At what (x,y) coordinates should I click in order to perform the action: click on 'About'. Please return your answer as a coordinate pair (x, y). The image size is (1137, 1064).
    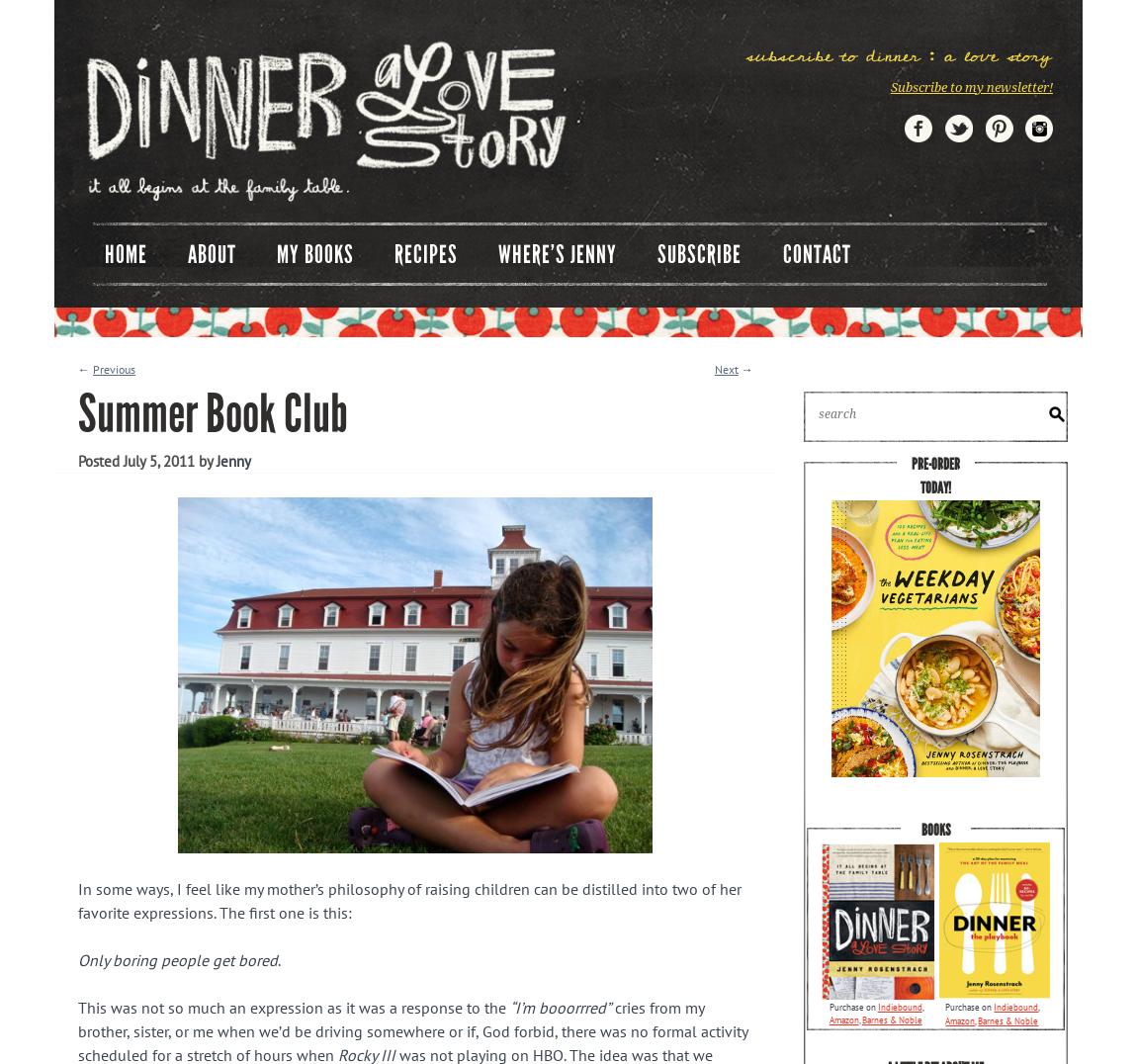
    Looking at the image, I should click on (210, 253).